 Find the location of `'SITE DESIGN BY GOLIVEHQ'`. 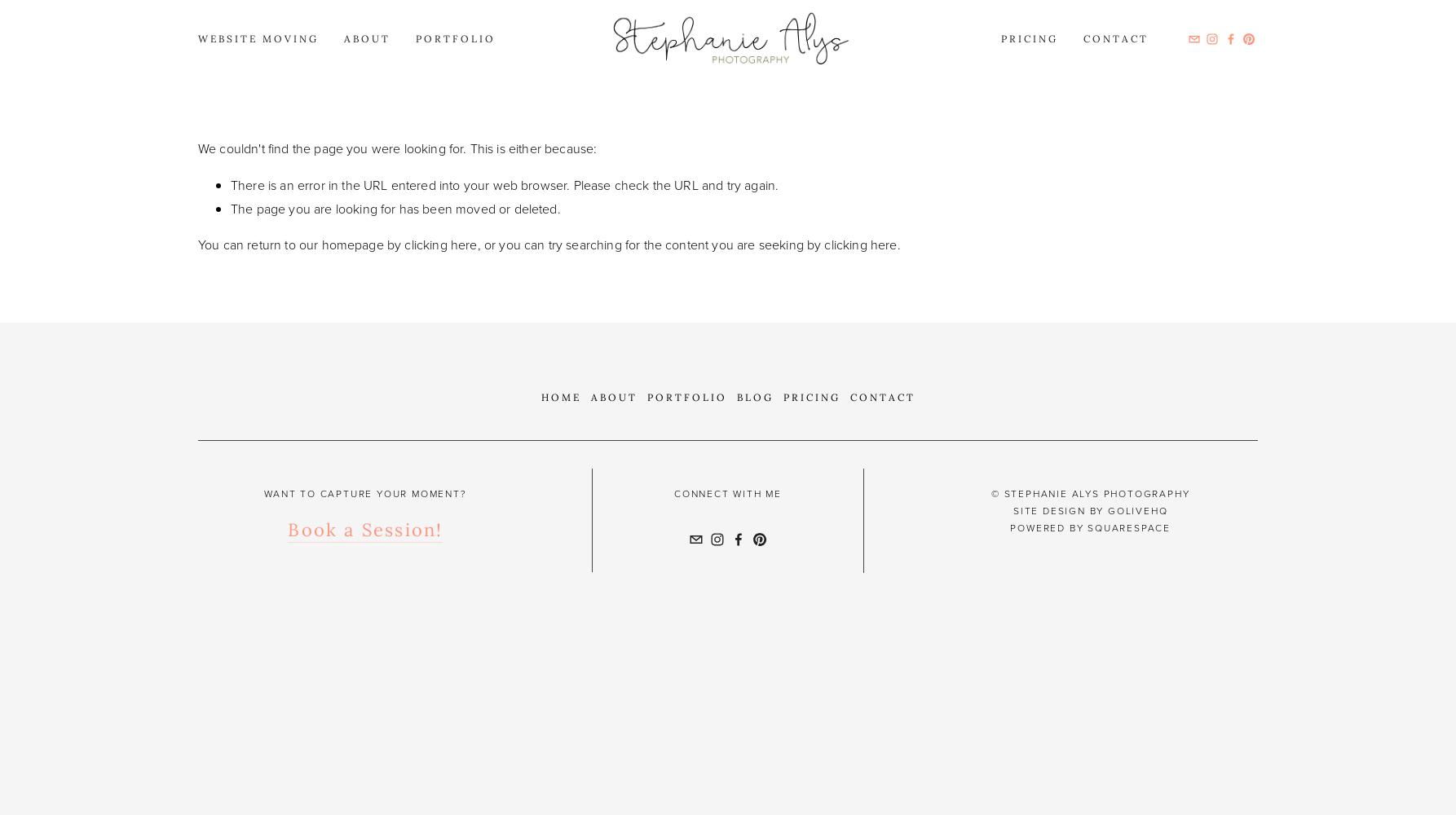

'SITE DESIGN BY GOLIVEHQ' is located at coordinates (1012, 511).